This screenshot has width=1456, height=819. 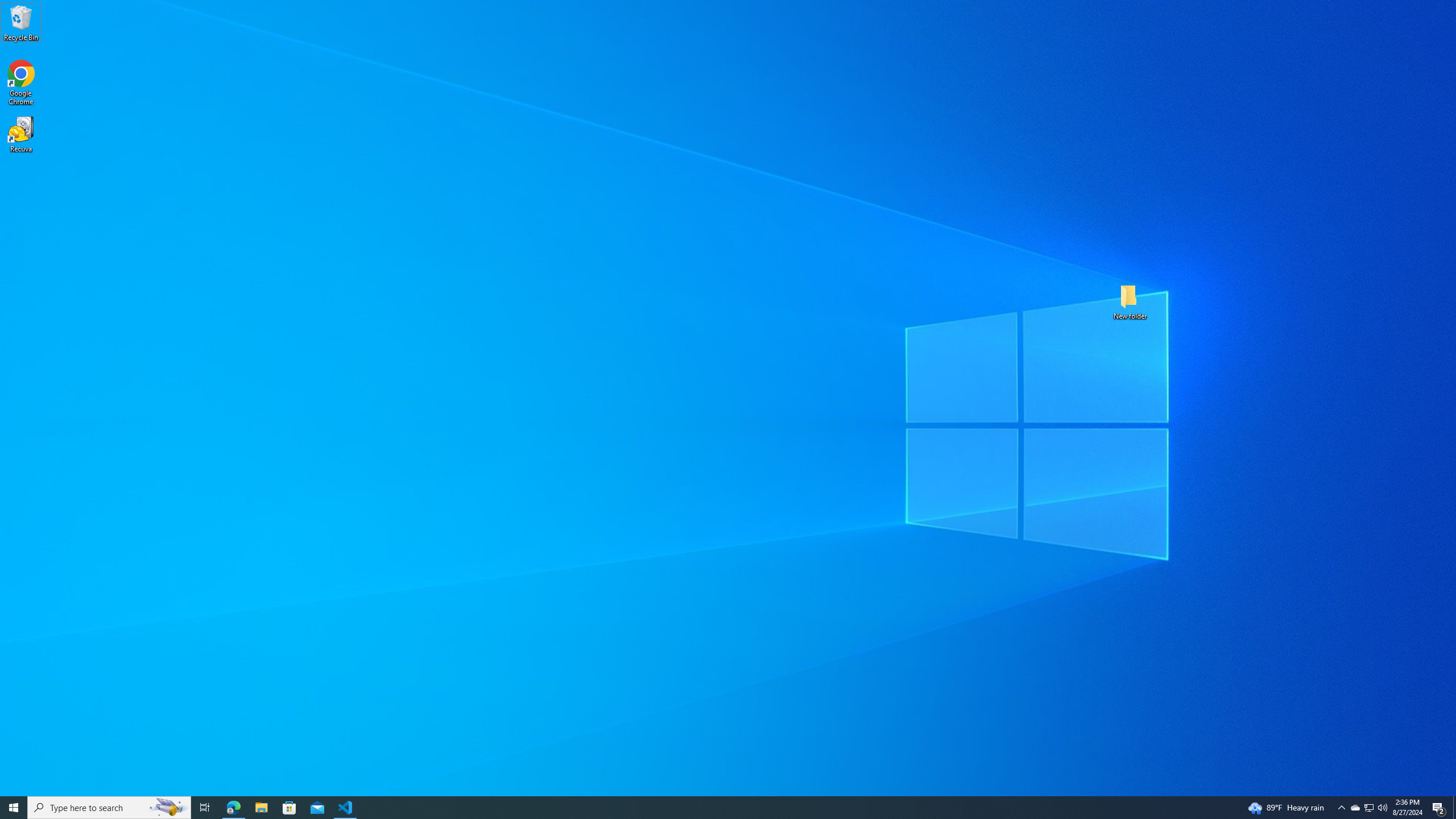 What do you see at coordinates (20, 134) in the screenshot?
I see `'Recuva'` at bounding box center [20, 134].